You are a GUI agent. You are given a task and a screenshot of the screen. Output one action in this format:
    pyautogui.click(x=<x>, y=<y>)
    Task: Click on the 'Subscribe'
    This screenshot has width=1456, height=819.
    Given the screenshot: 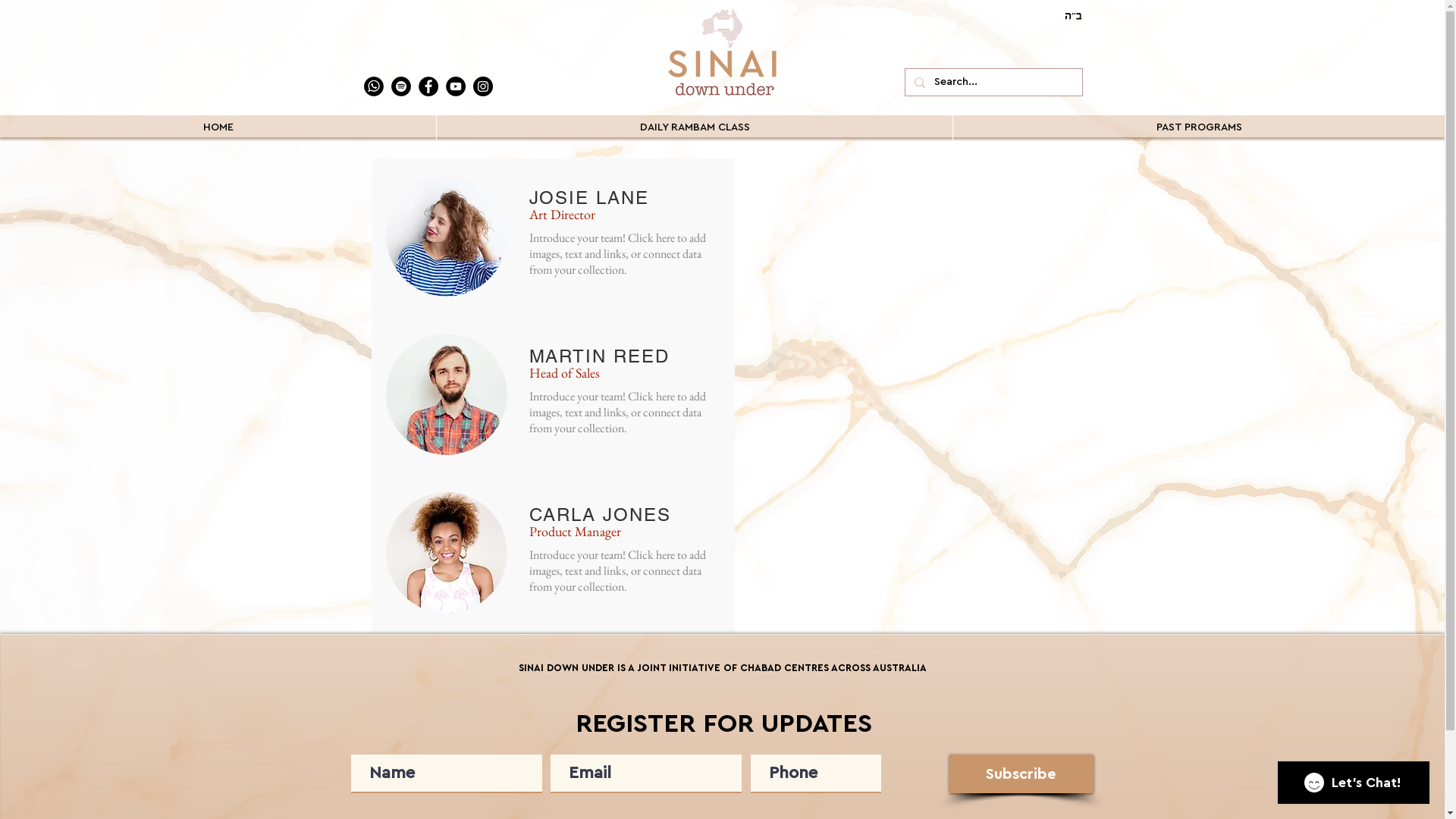 What is the action you would take?
    pyautogui.click(x=1021, y=773)
    